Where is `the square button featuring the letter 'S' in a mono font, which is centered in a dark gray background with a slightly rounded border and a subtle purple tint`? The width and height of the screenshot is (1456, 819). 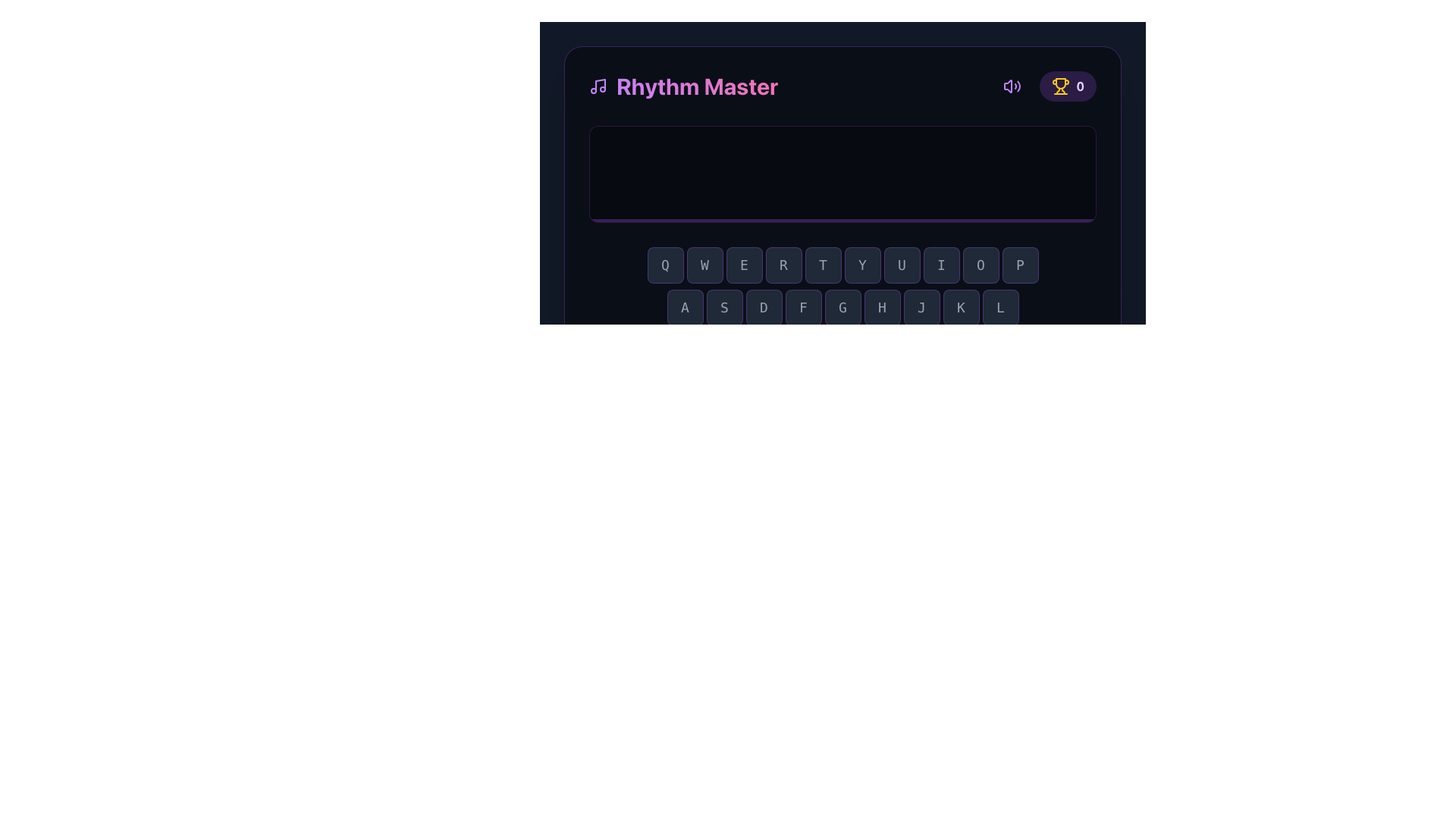 the square button featuring the letter 'S' in a mono font, which is centered in a dark gray background with a slightly rounded border and a subtle purple tint is located at coordinates (723, 307).